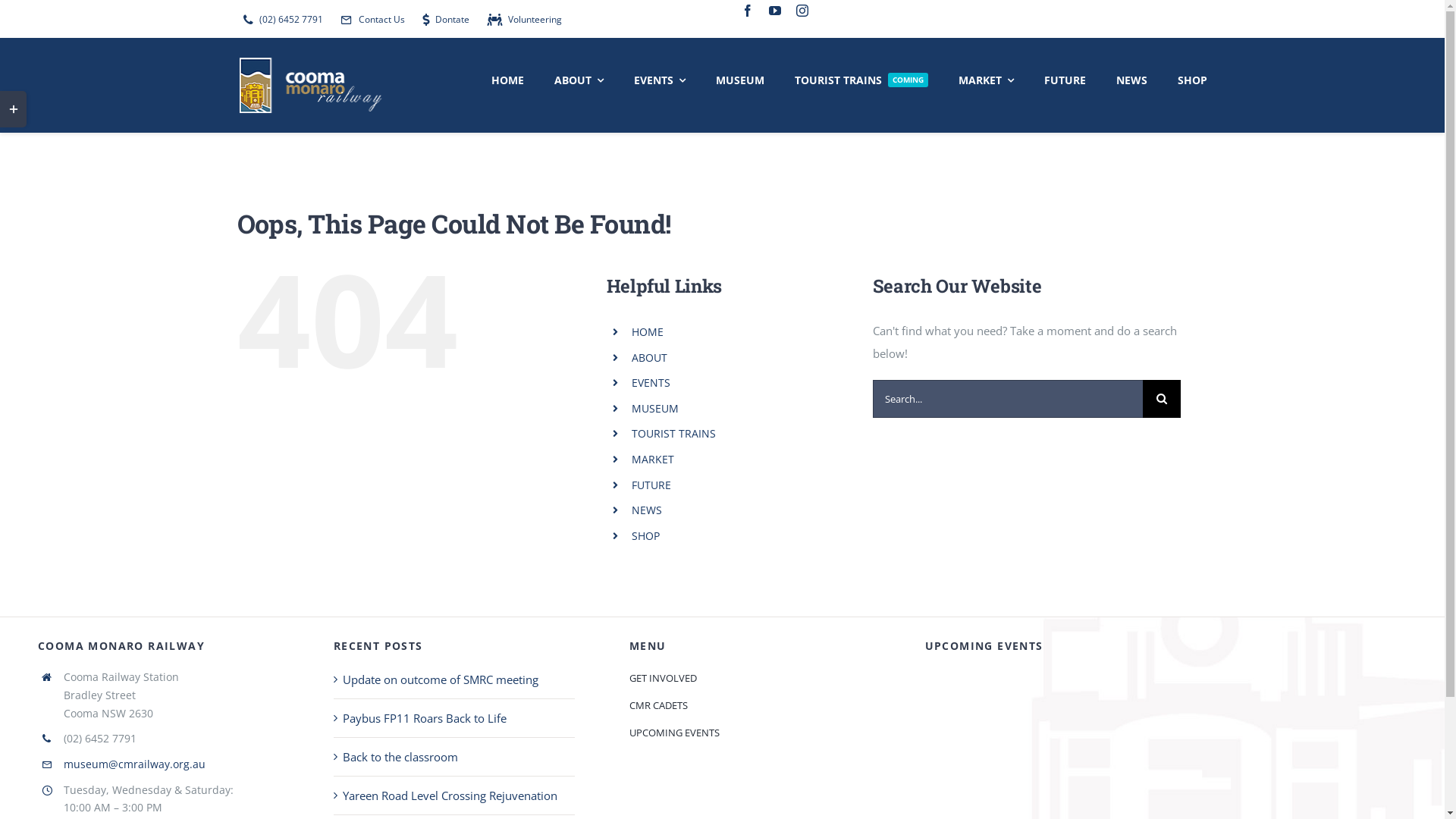 Image resolution: width=1456 pixels, height=819 pixels. What do you see at coordinates (715, 78) in the screenshot?
I see `'MUSEUM'` at bounding box center [715, 78].